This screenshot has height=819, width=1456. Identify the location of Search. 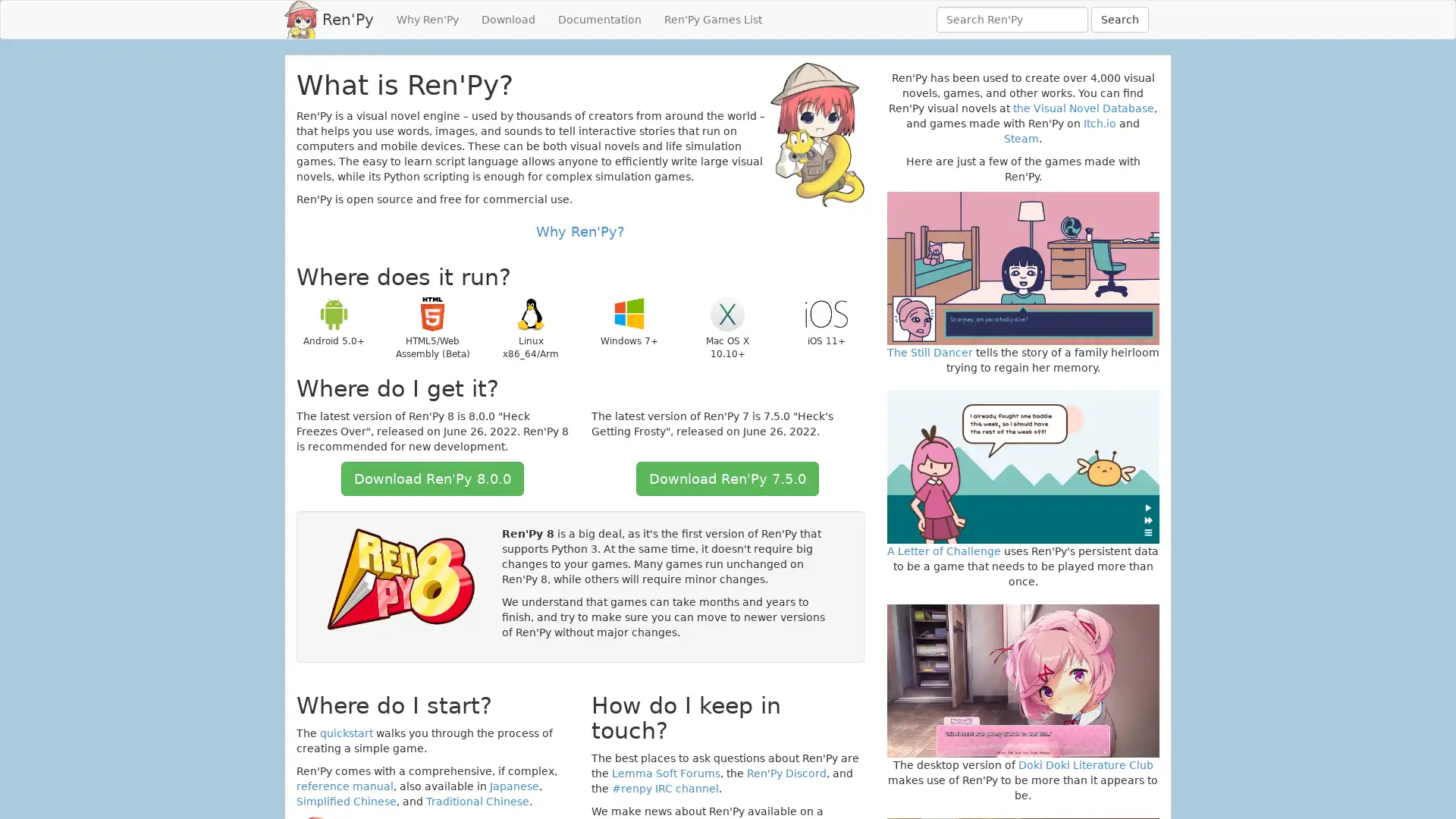
(1120, 20).